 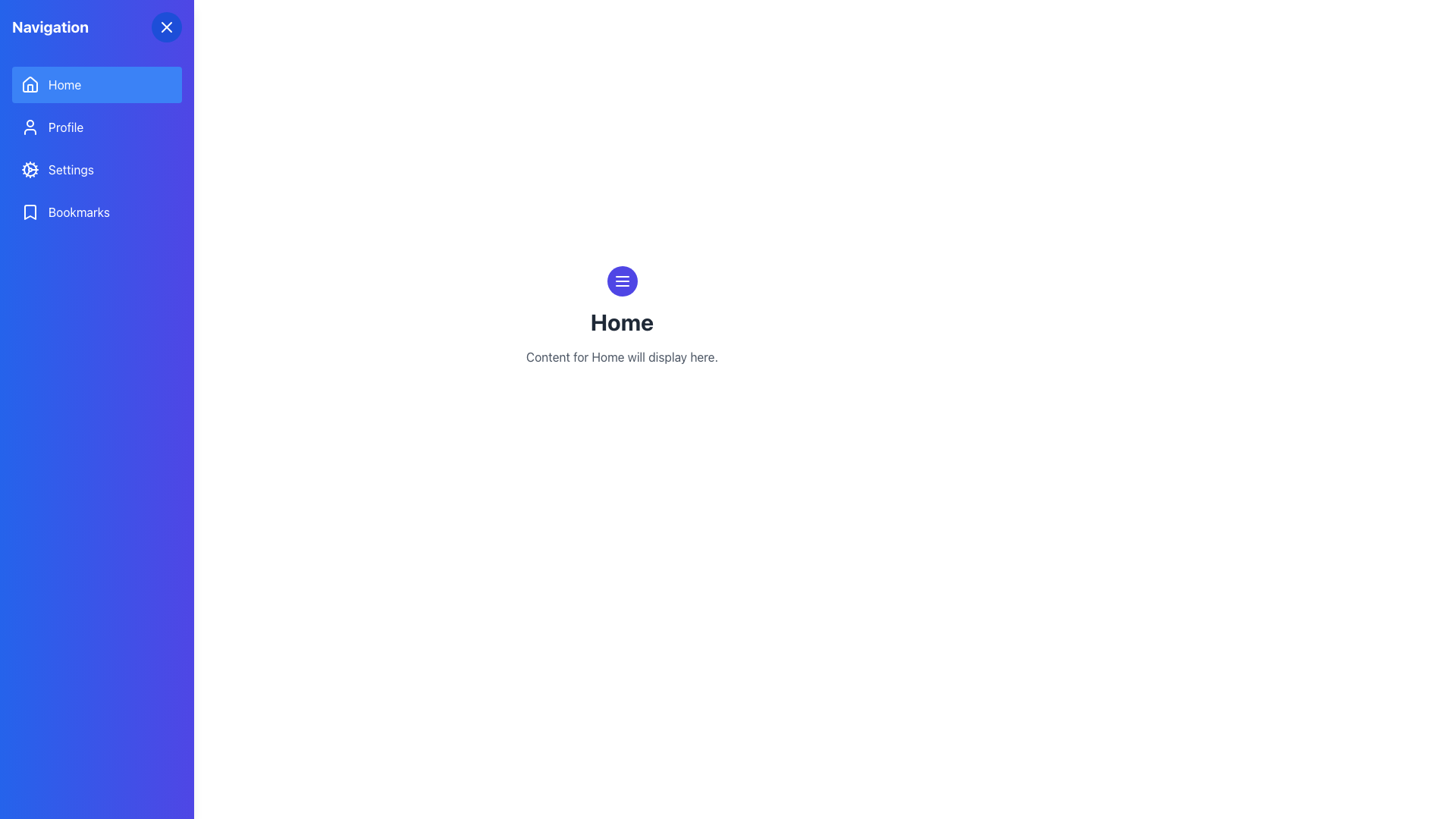 I want to click on the third button in the vertical sidebar menu that links to the settings page, located between the 'Profile' and 'Bookmarks' menu items, so click(x=96, y=169).